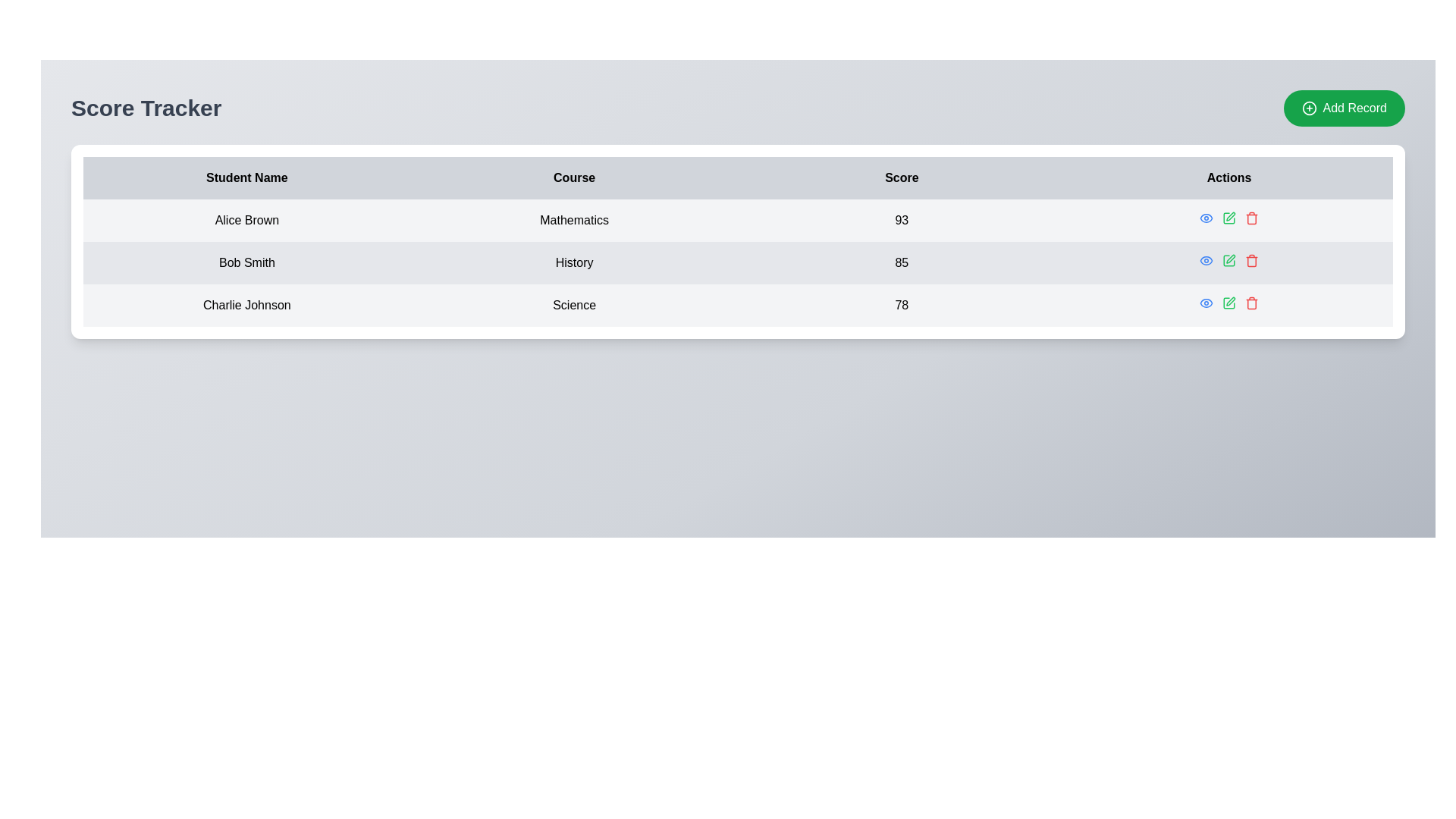  I want to click on the second icon button in the 'Actions' column for the student 'Bob Smith', so click(1229, 303).